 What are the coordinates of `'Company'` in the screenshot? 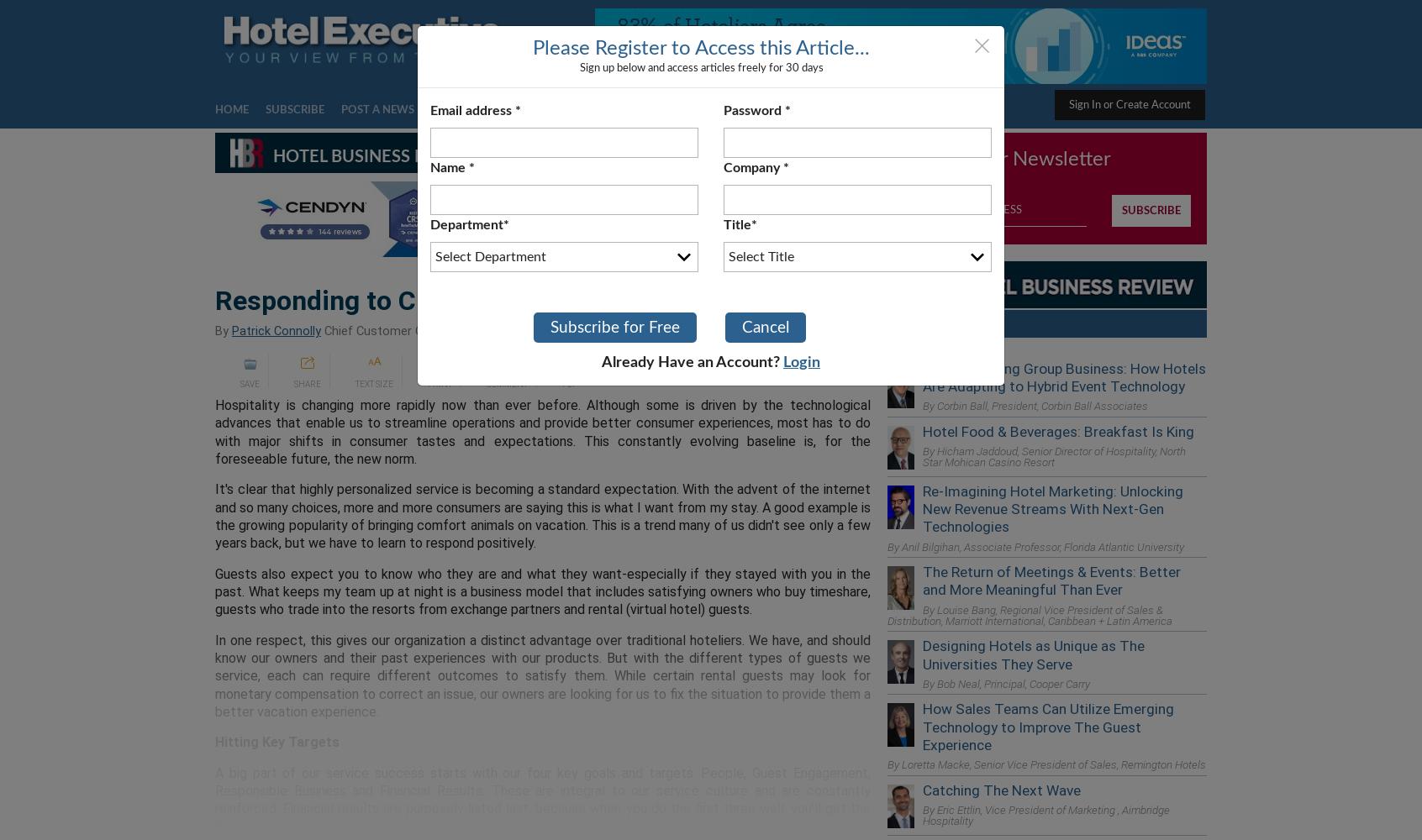 It's located at (752, 166).